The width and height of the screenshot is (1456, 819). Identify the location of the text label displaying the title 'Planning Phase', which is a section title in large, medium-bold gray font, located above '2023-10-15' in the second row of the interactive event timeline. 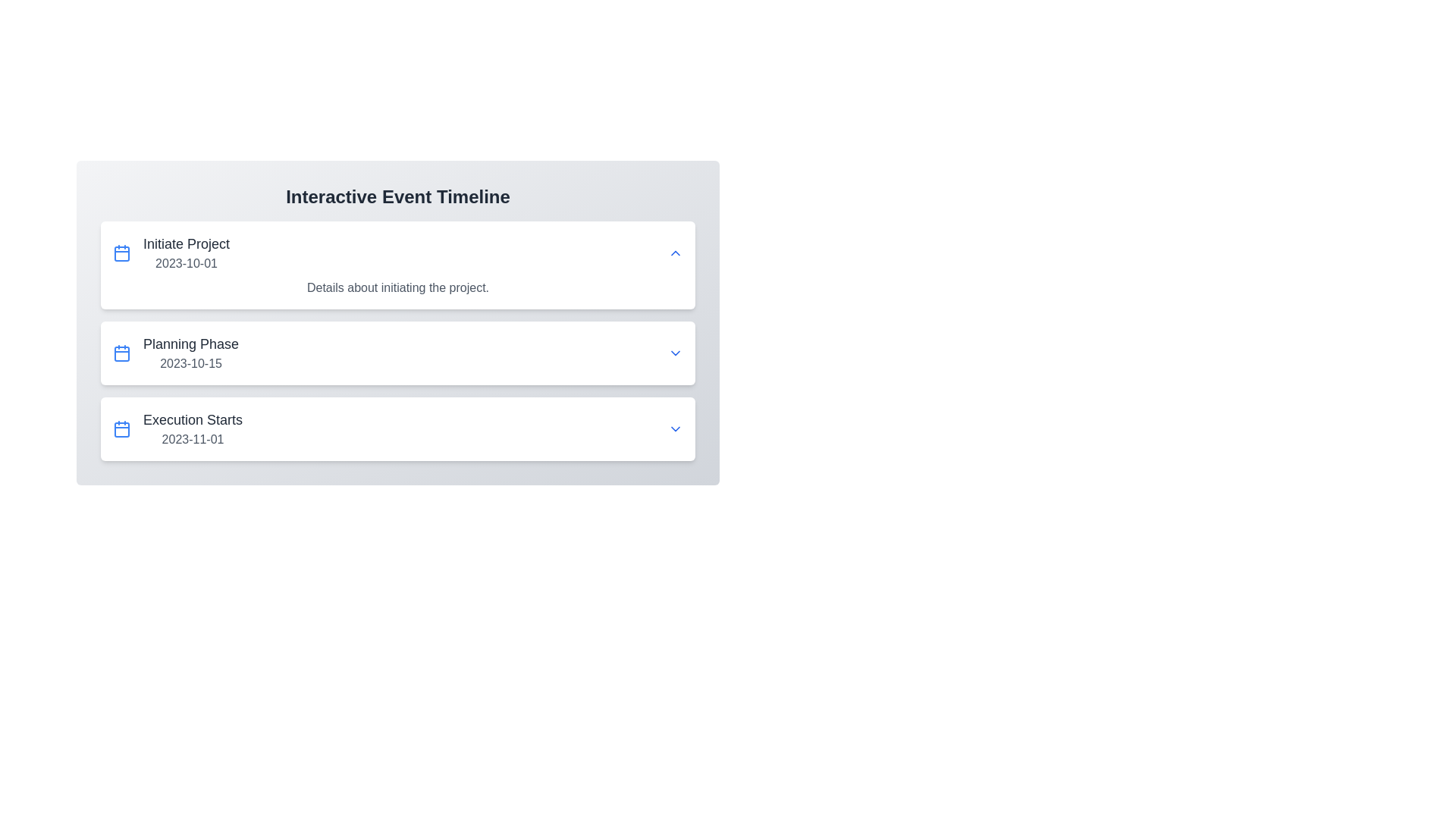
(190, 344).